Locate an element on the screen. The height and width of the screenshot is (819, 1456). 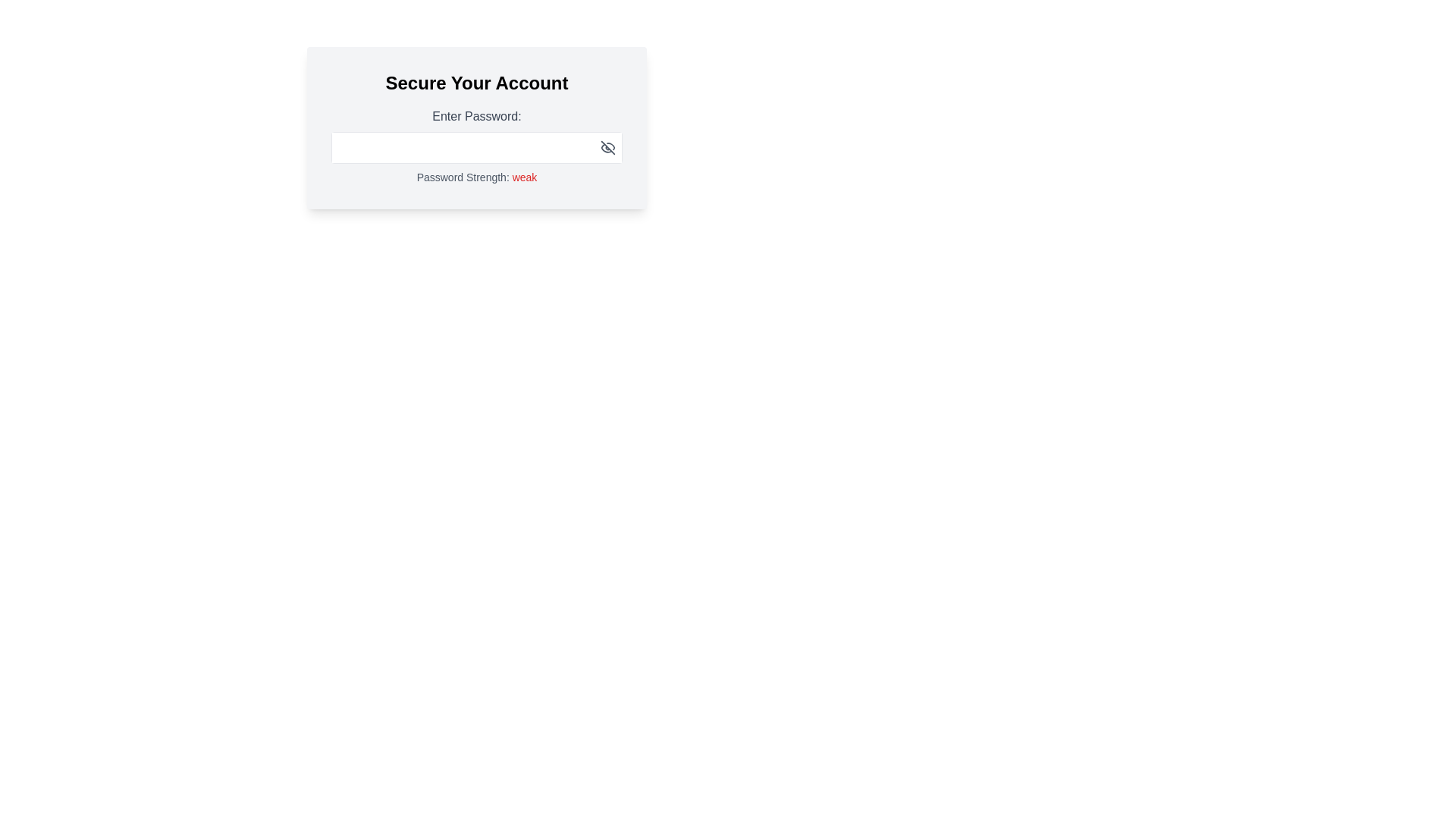
the eye with a strike SVG icon located to the right of the password input box is located at coordinates (607, 148).